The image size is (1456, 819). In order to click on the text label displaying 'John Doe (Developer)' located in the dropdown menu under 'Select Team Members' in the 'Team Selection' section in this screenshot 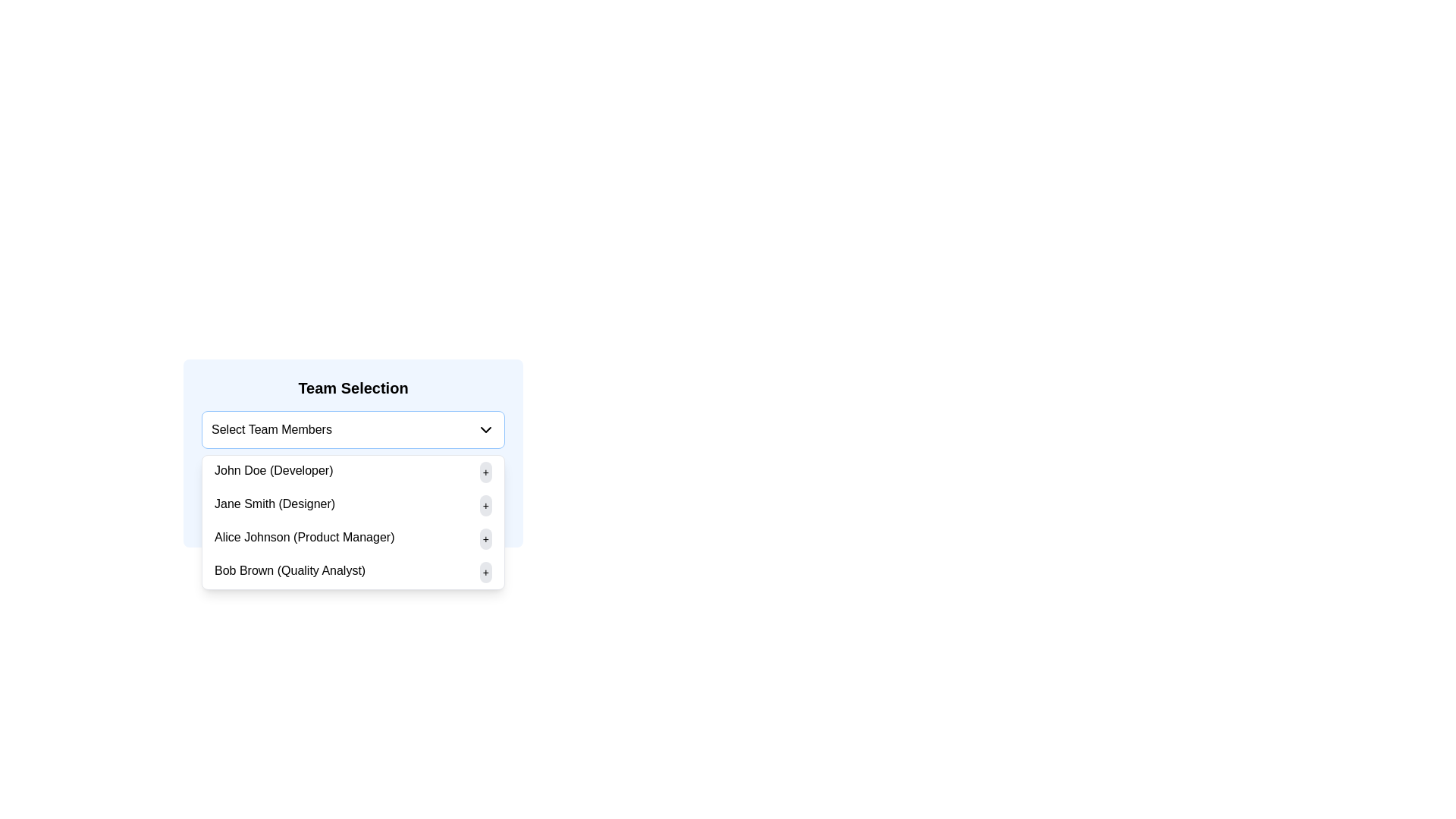, I will do `click(274, 472)`.